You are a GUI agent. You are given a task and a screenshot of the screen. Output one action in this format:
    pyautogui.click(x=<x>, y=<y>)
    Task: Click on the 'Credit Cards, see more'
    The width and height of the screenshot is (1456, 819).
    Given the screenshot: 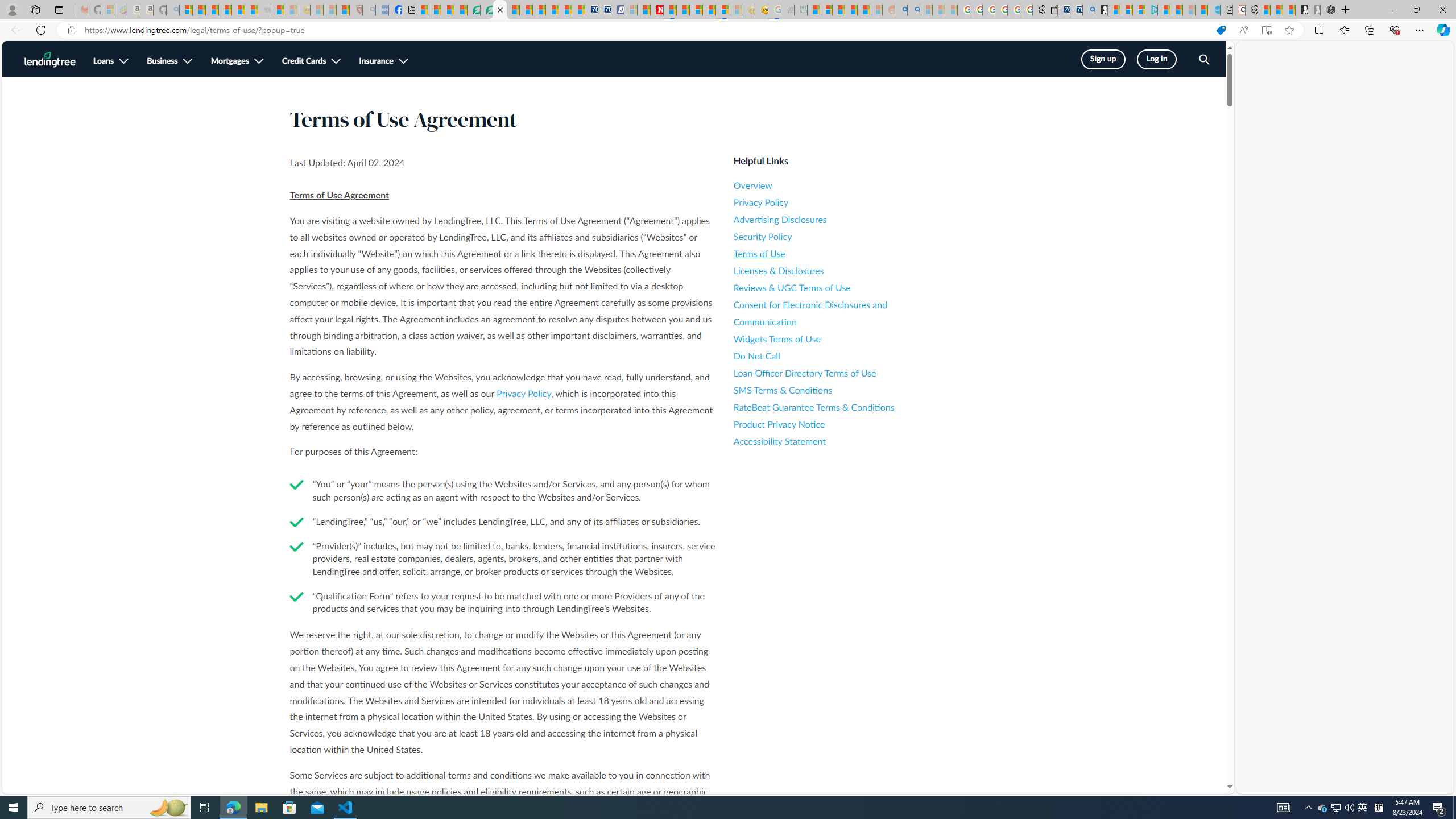 What is the action you would take?
    pyautogui.click(x=311, y=61)
    